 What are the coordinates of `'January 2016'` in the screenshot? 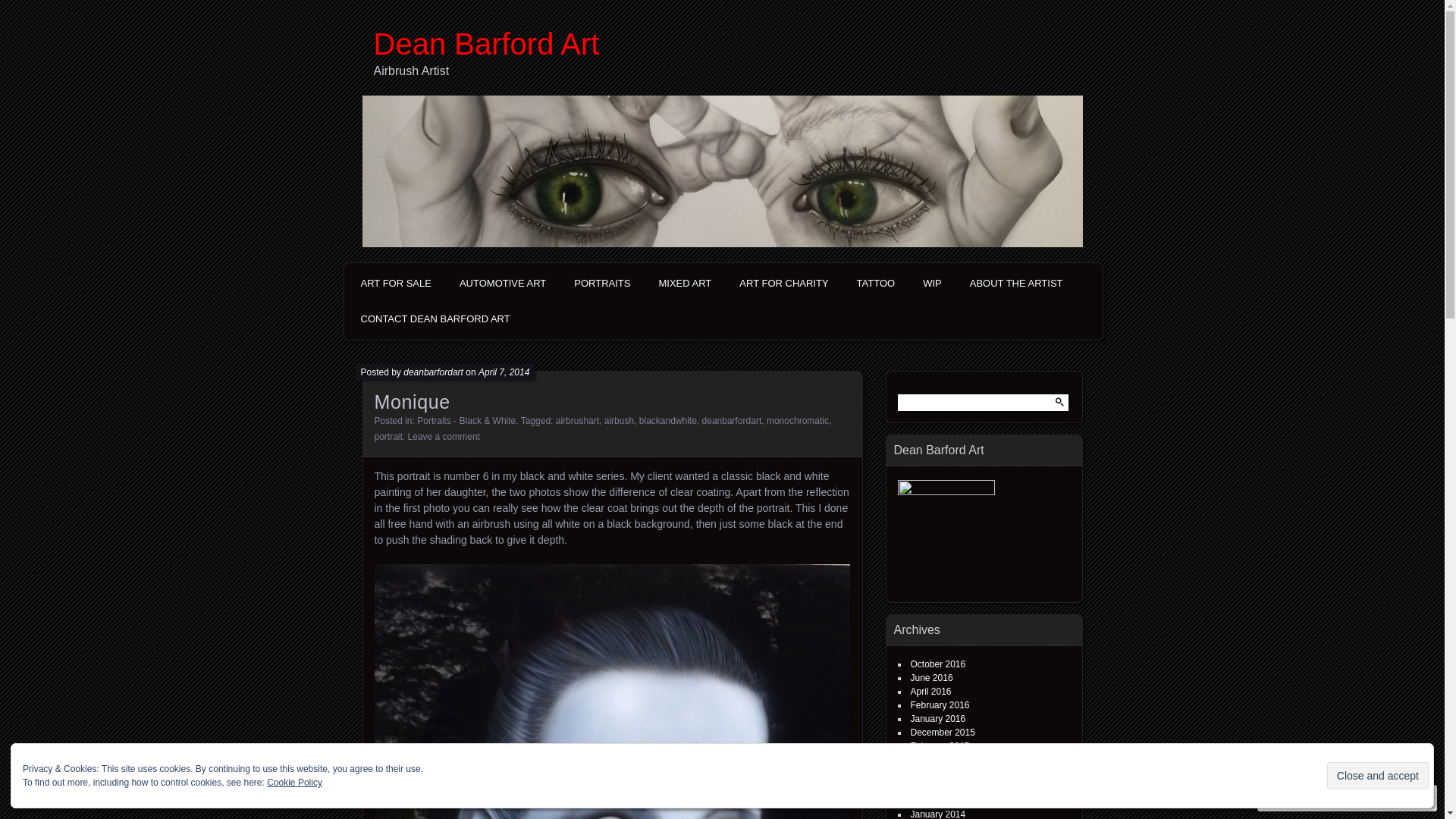 It's located at (937, 718).